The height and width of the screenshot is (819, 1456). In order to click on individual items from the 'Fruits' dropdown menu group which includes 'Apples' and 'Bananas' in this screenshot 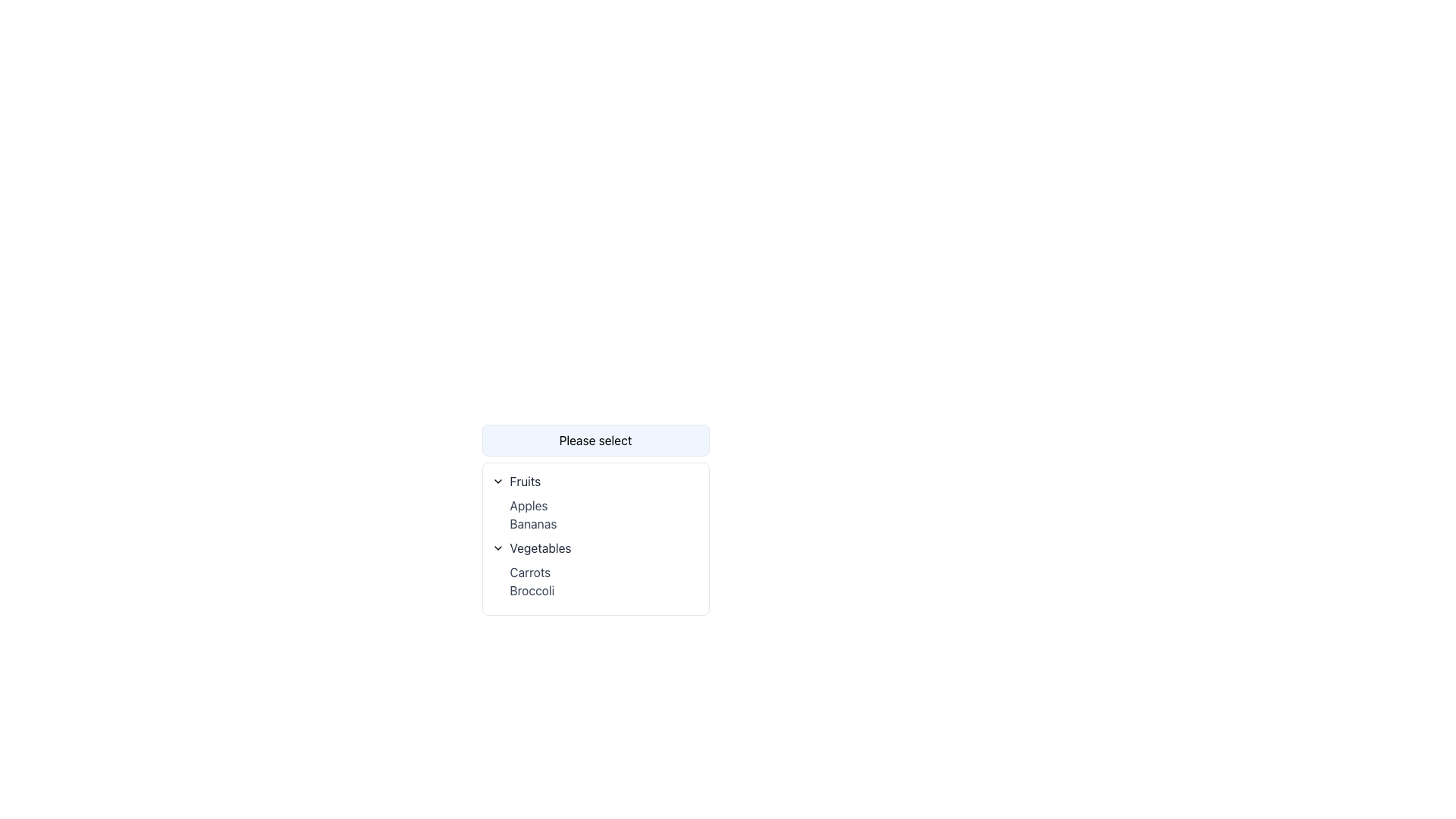, I will do `click(595, 519)`.